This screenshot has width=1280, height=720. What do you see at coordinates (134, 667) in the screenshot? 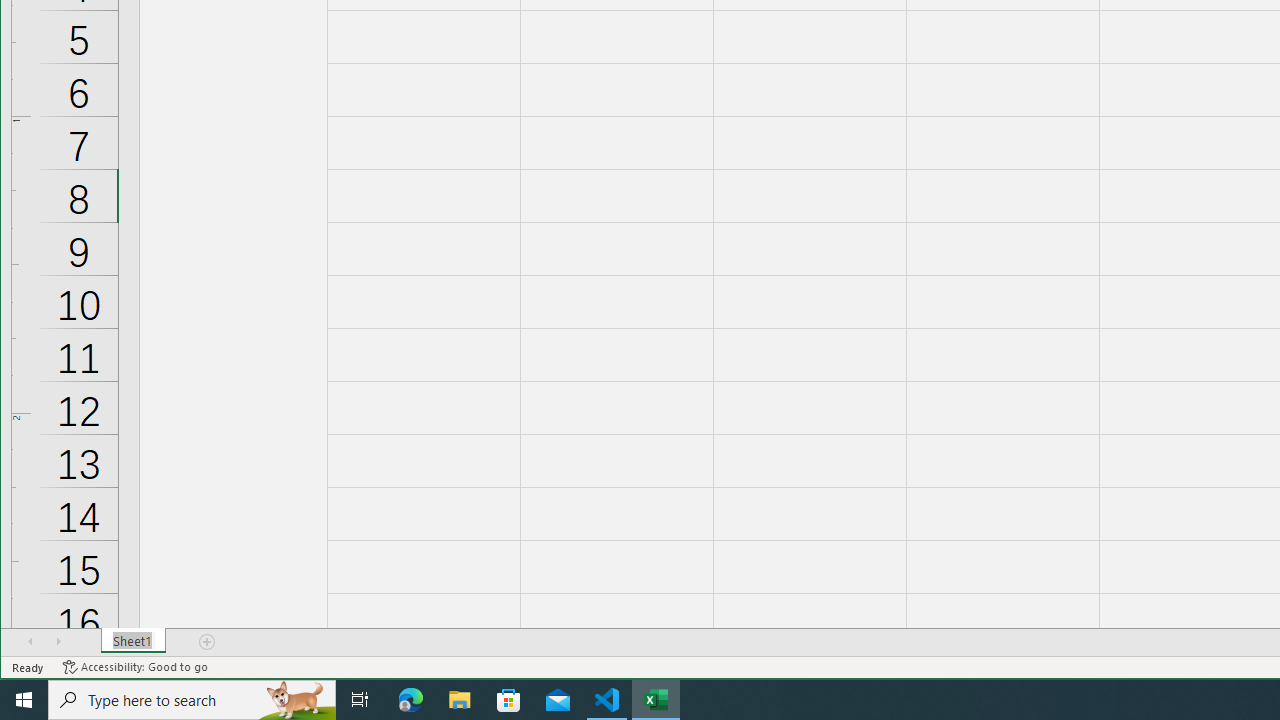
I see `'Accessibility Checker Accessibility: Good to go'` at bounding box center [134, 667].